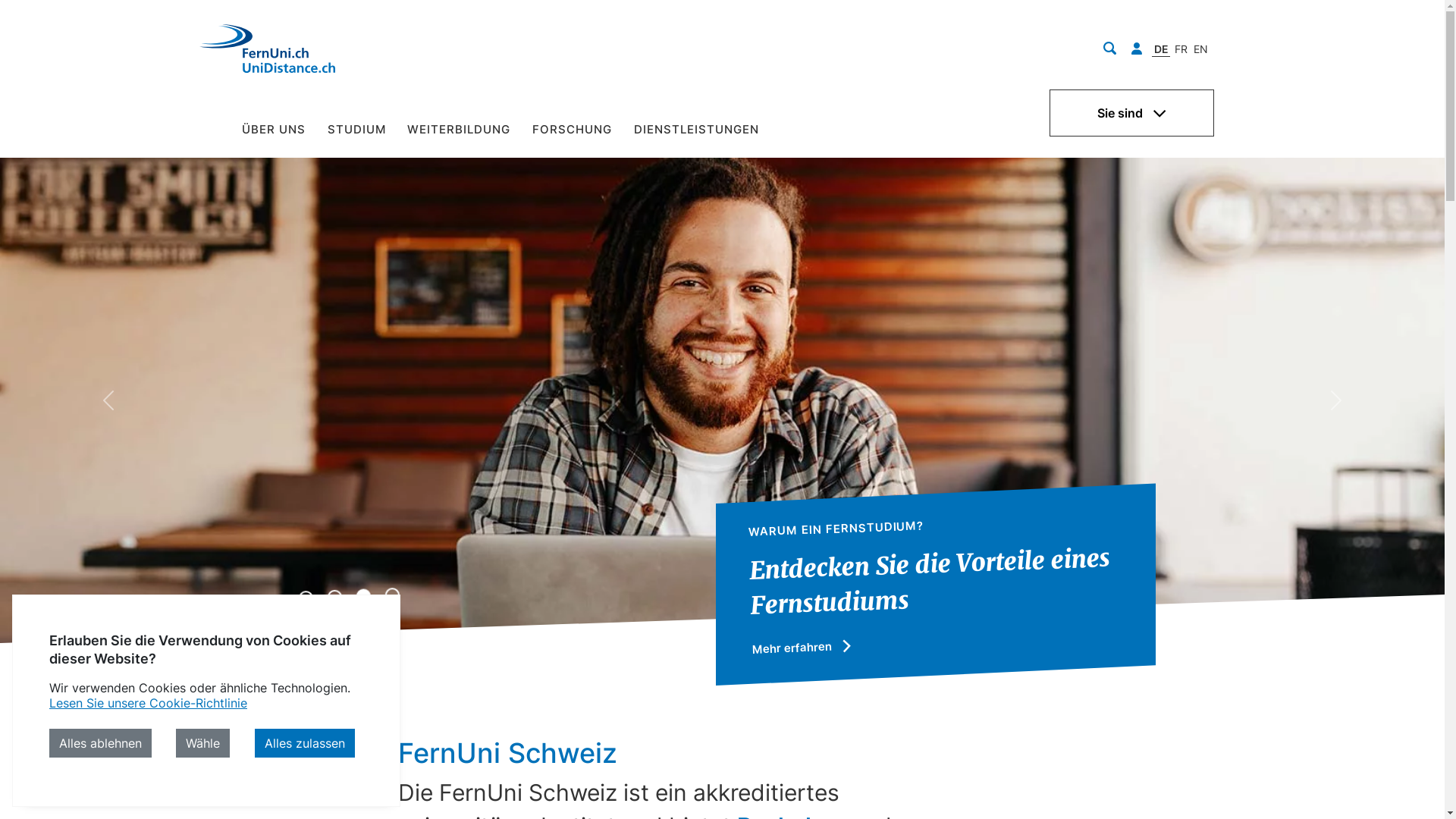 The width and height of the screenshot is (1456, 819). What do you see at coordinates (1131, 112) in the screenshot?
I see `'Sie sind'` at bounding box center [1131, 112].